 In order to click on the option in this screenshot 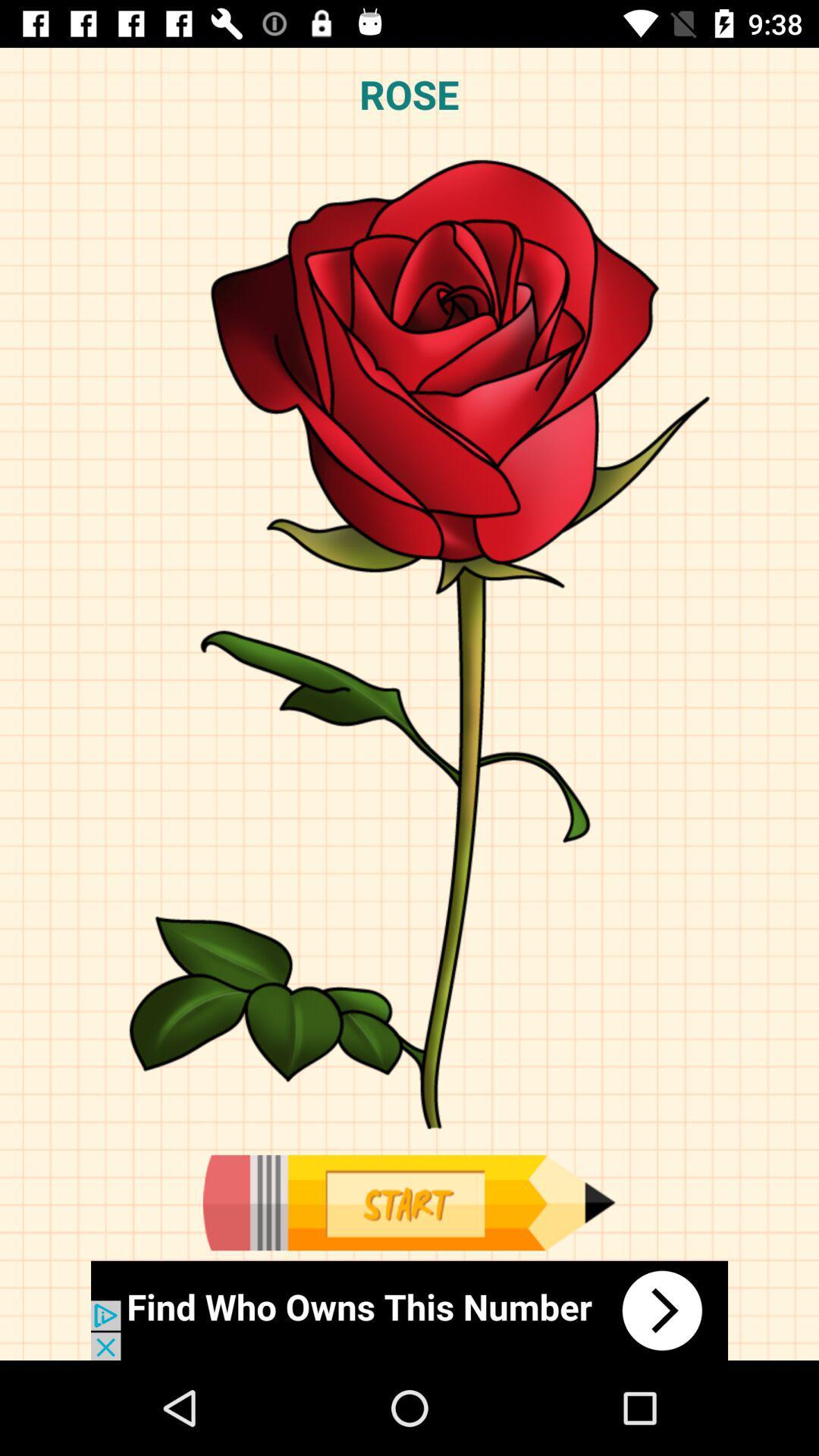, I will do `click(409, 1310)`.